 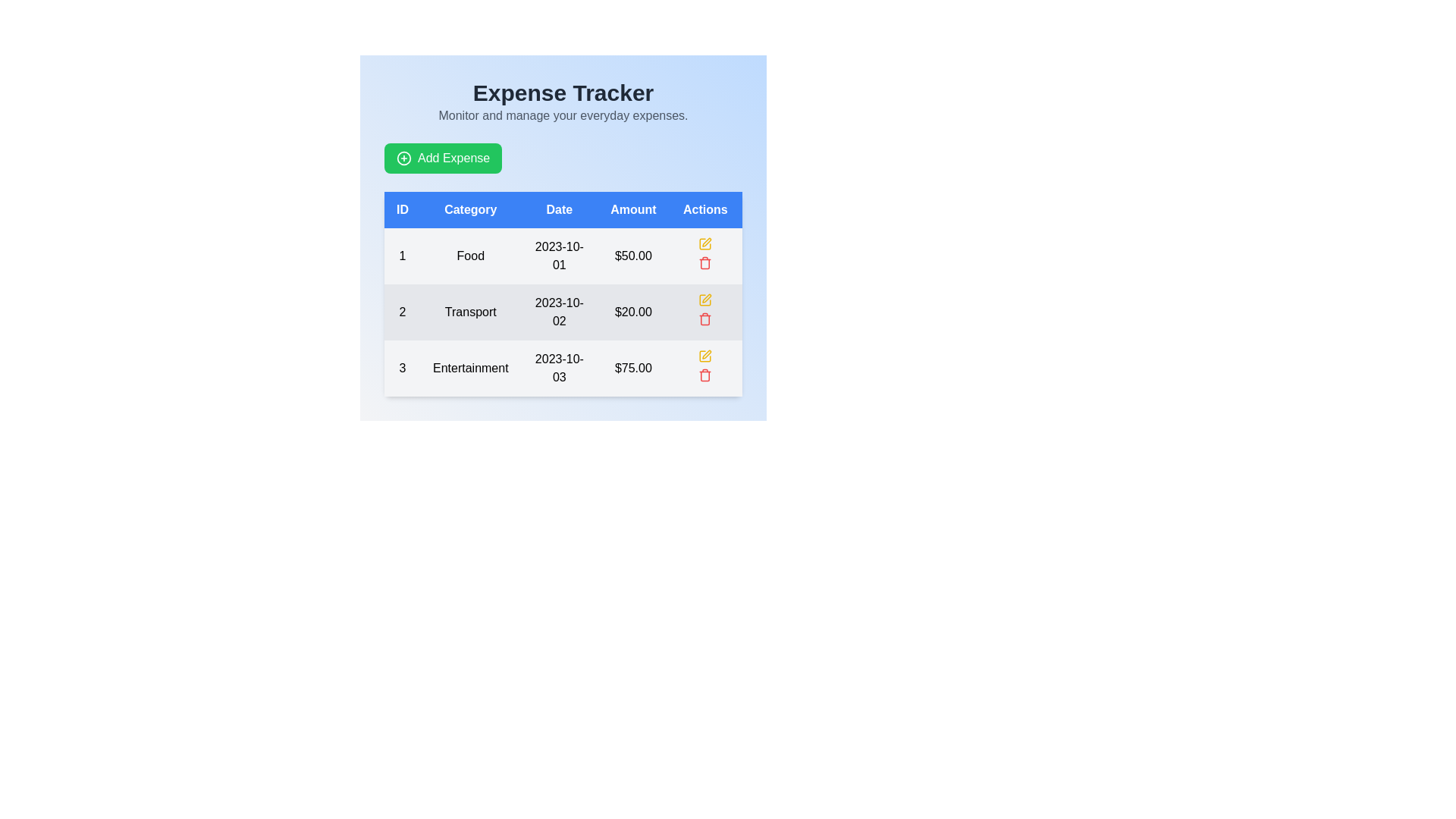 I want to click on the 'Entertainment' label displayed in black font within a light background, located in the third row of the 'Category' column, so click(x=469, y=369).